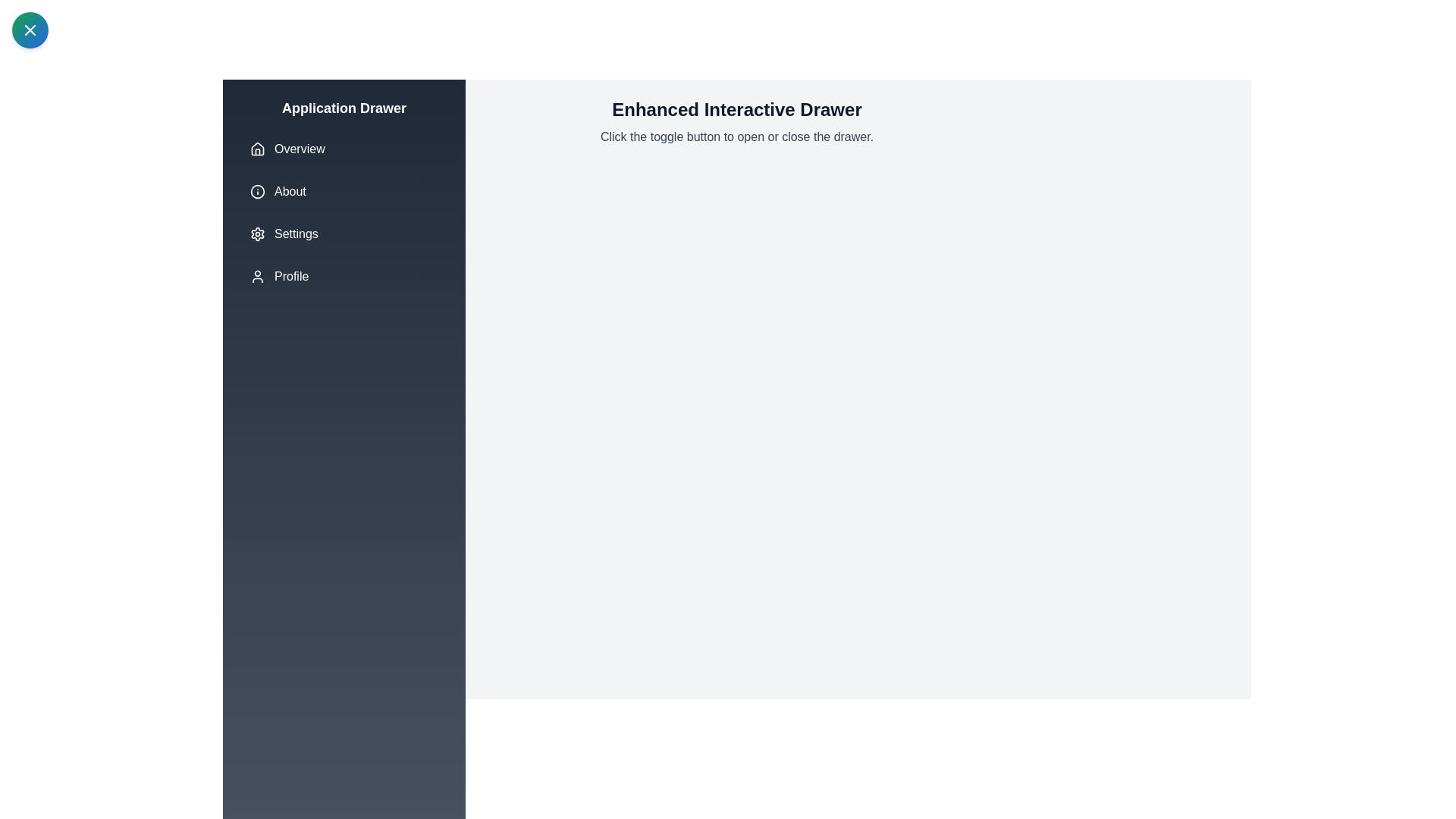  What do you see at coordinates (30, 30) in the screenshot?
I see `the toggle button at the top-left to toggle the drawer open or closed` at bounding box center [30, 30].